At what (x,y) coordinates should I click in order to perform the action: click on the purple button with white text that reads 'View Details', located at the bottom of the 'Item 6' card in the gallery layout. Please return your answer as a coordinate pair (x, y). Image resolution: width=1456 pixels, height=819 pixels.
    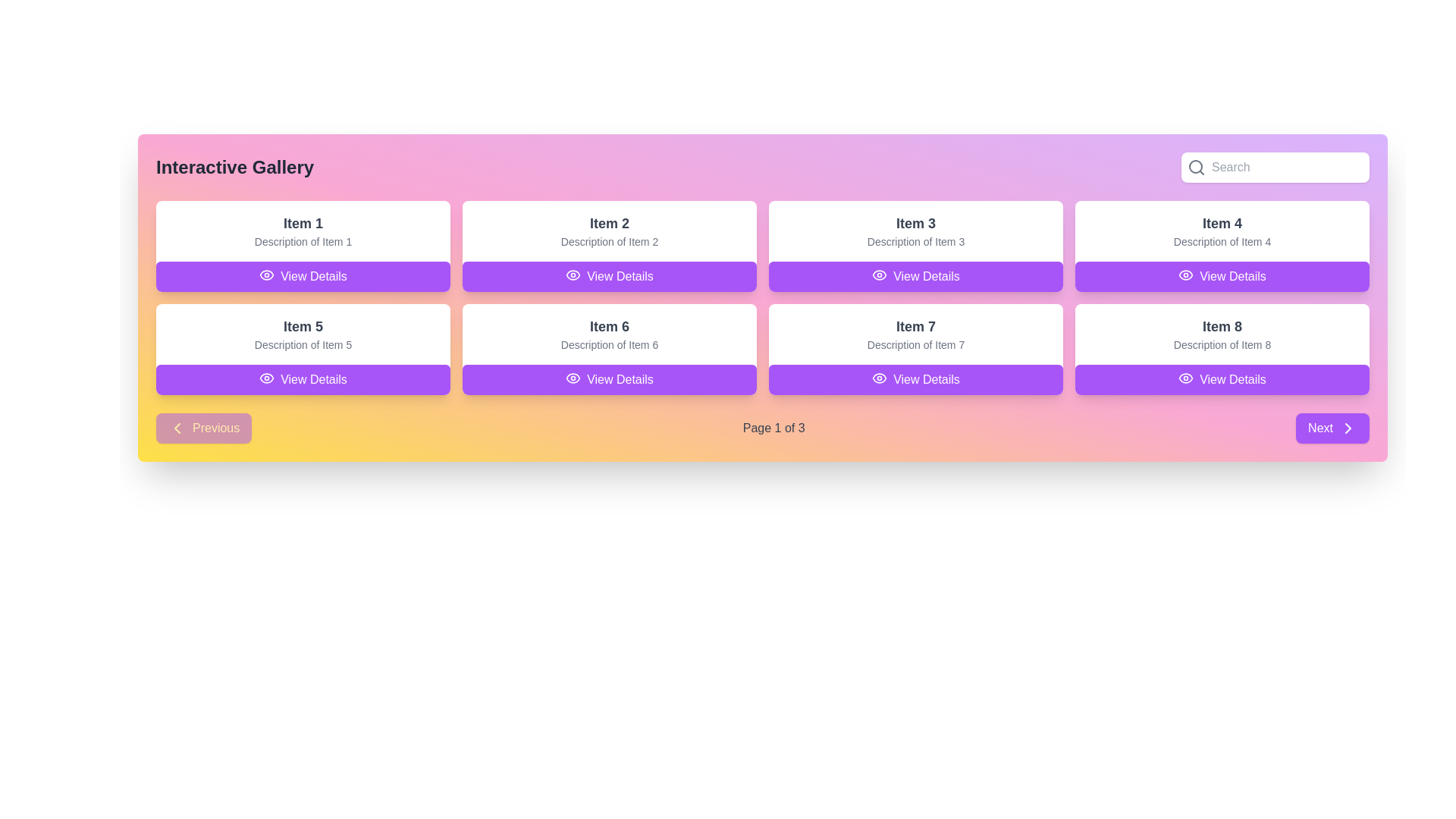
    Looking at the image, I should click on (610, 379).